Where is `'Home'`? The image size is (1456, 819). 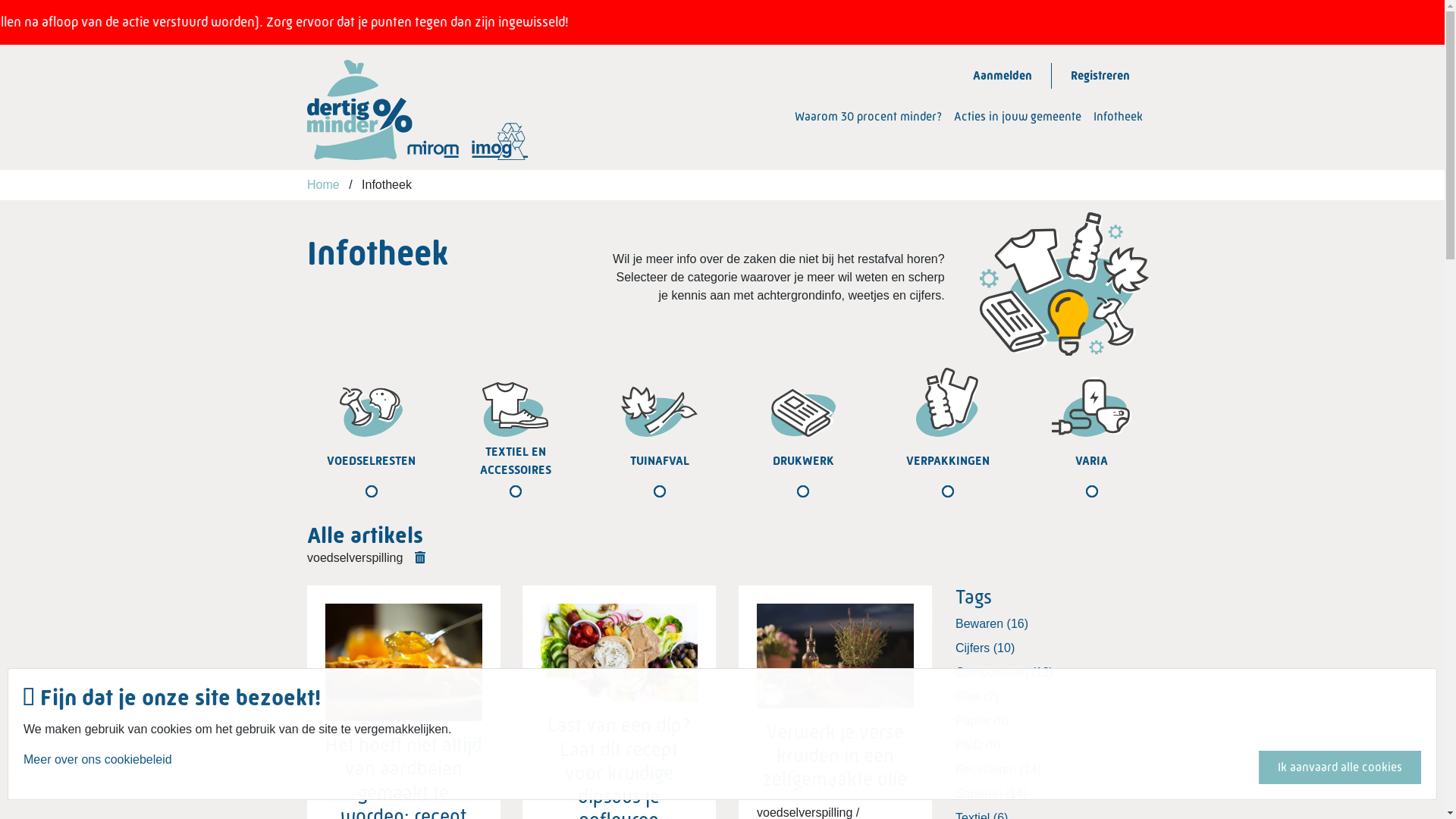
'Home' is located at coordinates (306, 184).